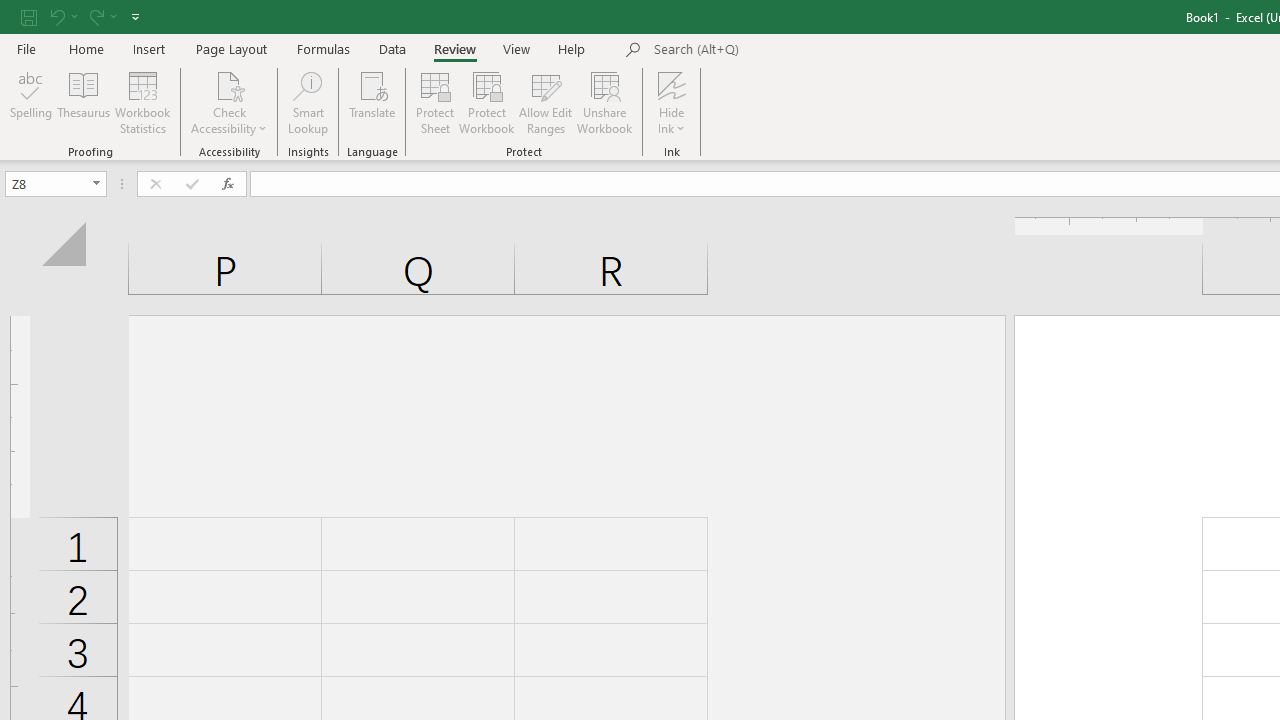 The image size is (1280, 720). What do you see at coordinates (434, 103) in the screenshot?
I see `'Protect Sheet...'` at bounding box center [434, 103].